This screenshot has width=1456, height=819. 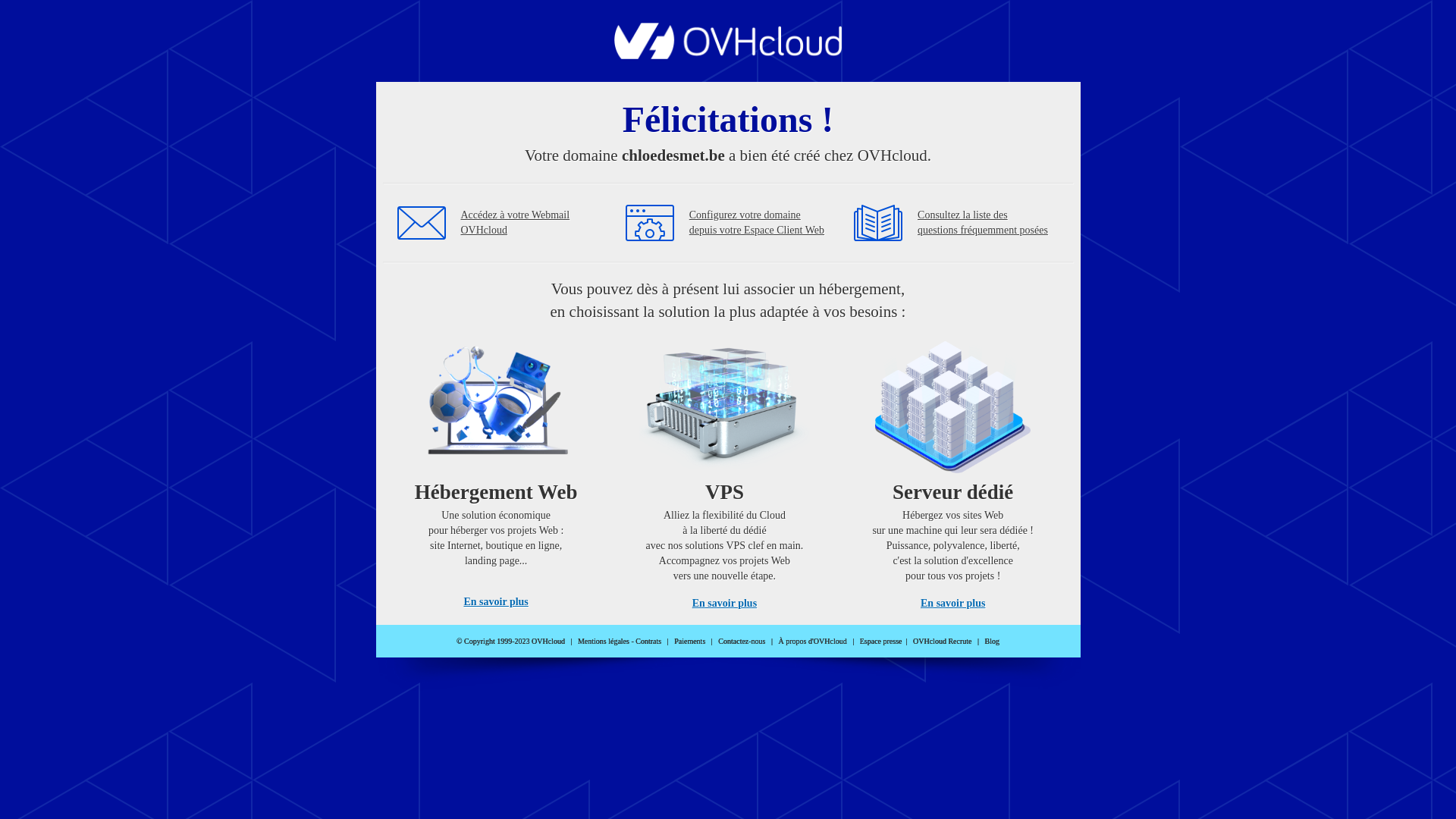 What do you see at coordinates (880, 641) in the screenshot?
I see `'Espace presse'` at bounding box center [880, 641].